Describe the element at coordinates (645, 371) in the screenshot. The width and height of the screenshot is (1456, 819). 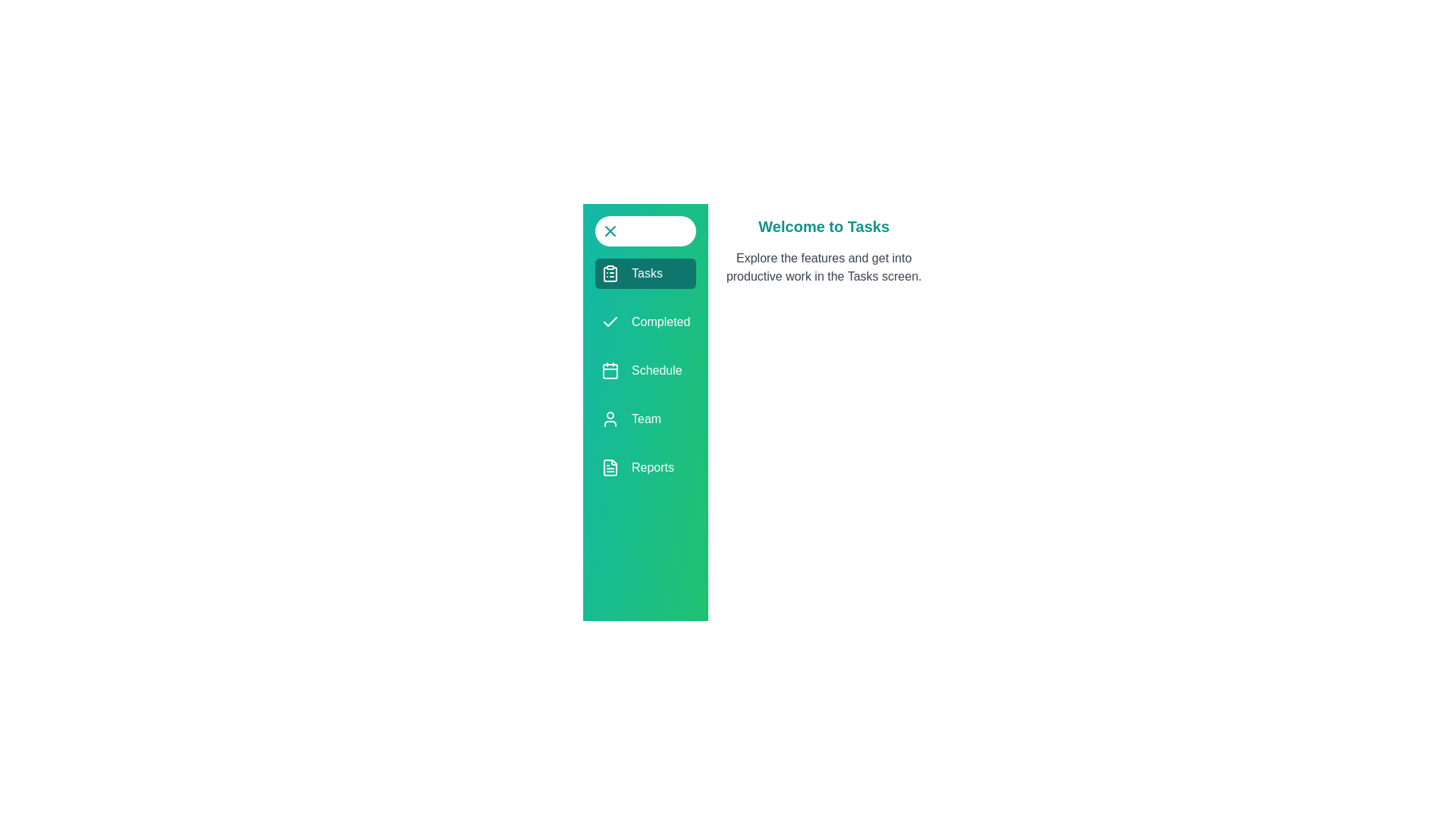
I see `the menu item Schedule from the available options` at that location.